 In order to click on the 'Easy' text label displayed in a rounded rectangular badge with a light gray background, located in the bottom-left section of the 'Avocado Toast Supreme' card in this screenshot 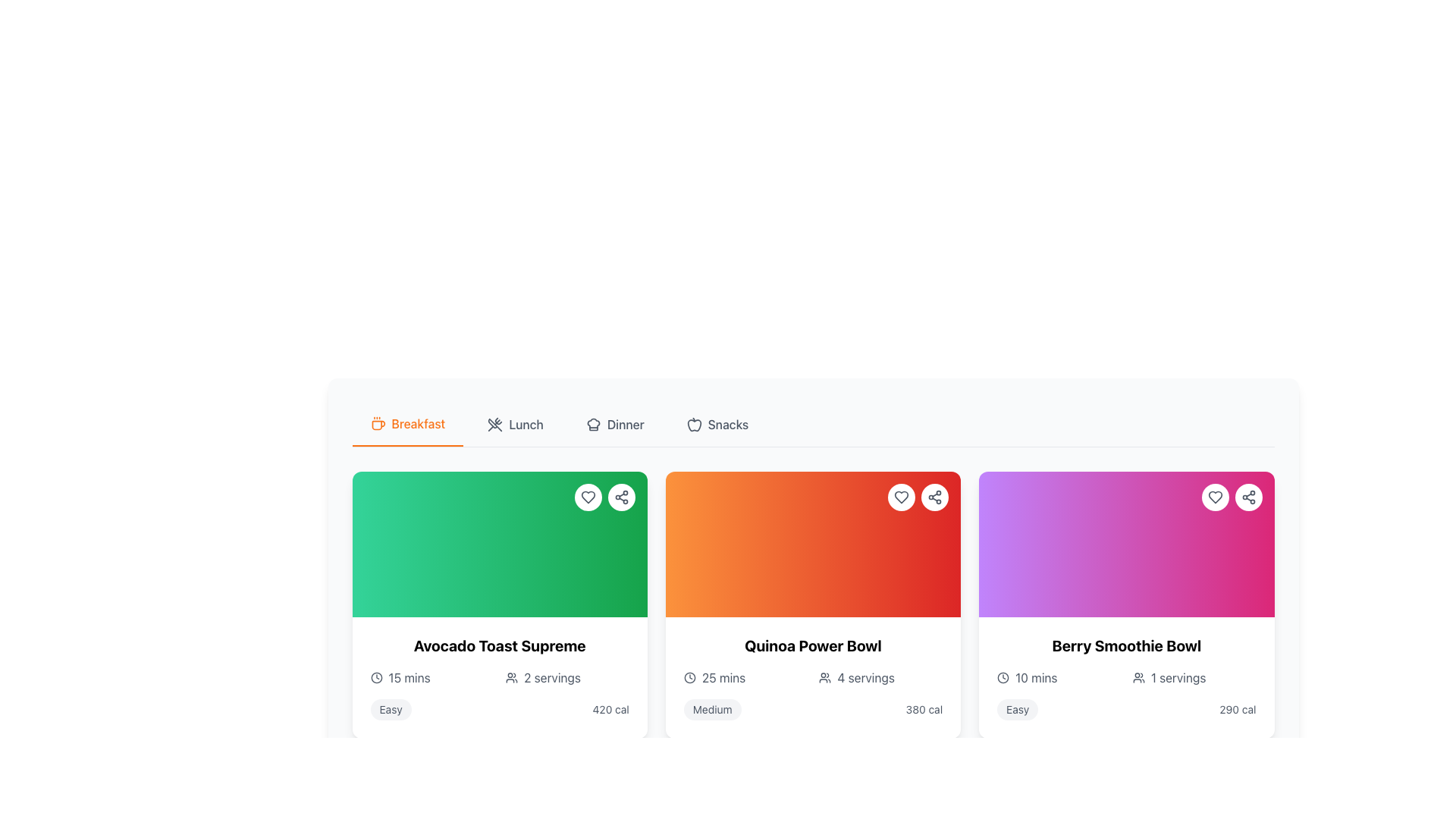, I will do `click(391, 710)`.